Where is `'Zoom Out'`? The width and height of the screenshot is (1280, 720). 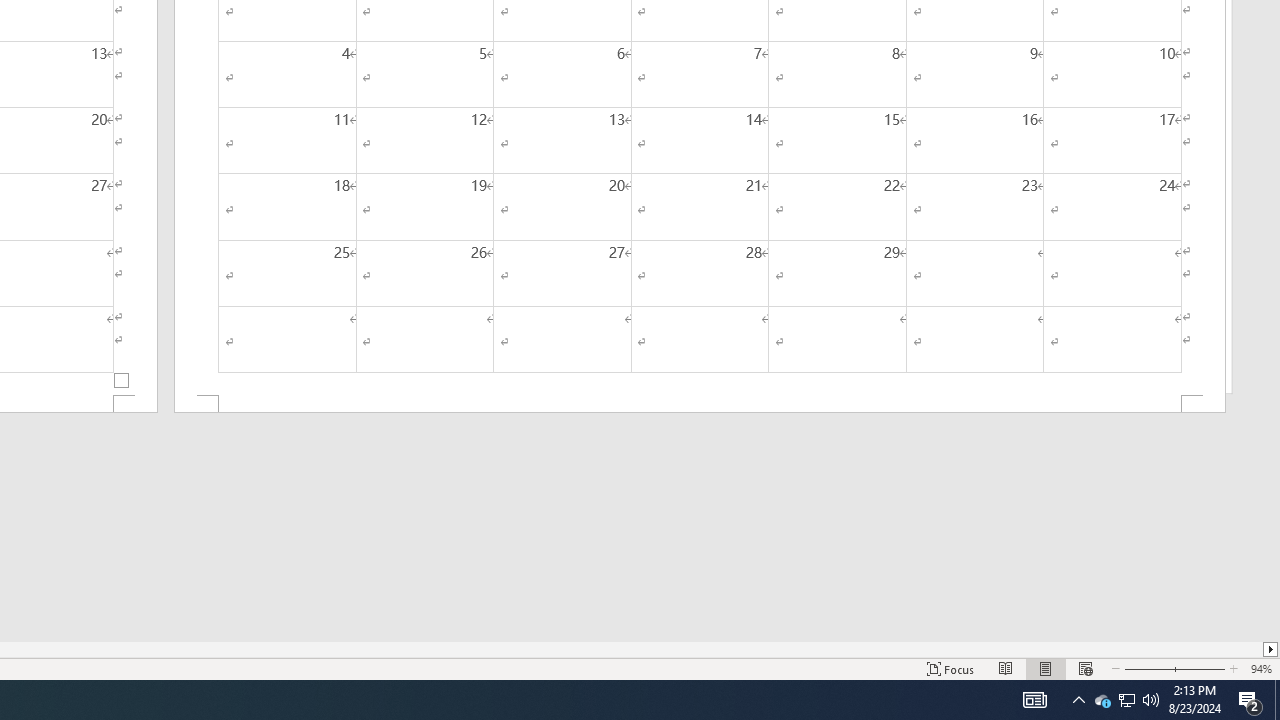
'Zoom Out' is located at coordinates (1147, 669).